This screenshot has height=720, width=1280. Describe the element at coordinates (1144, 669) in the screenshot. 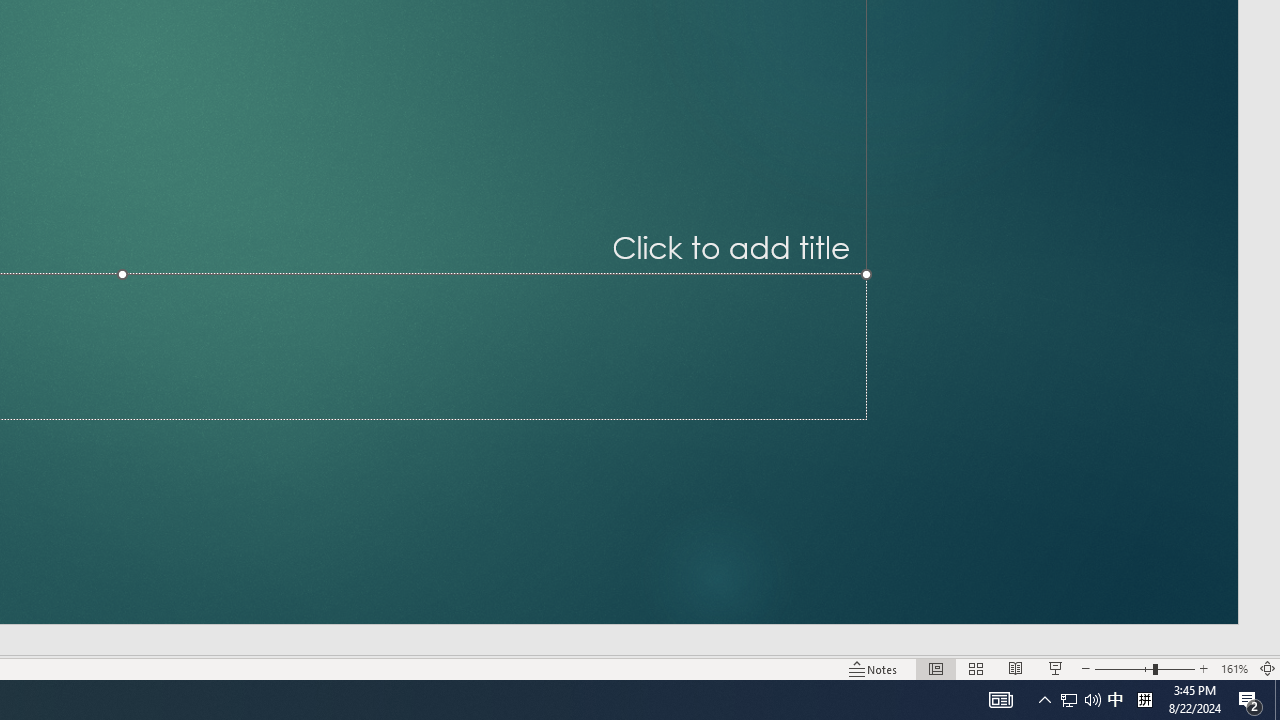

I see `'Zoom'` at that location.